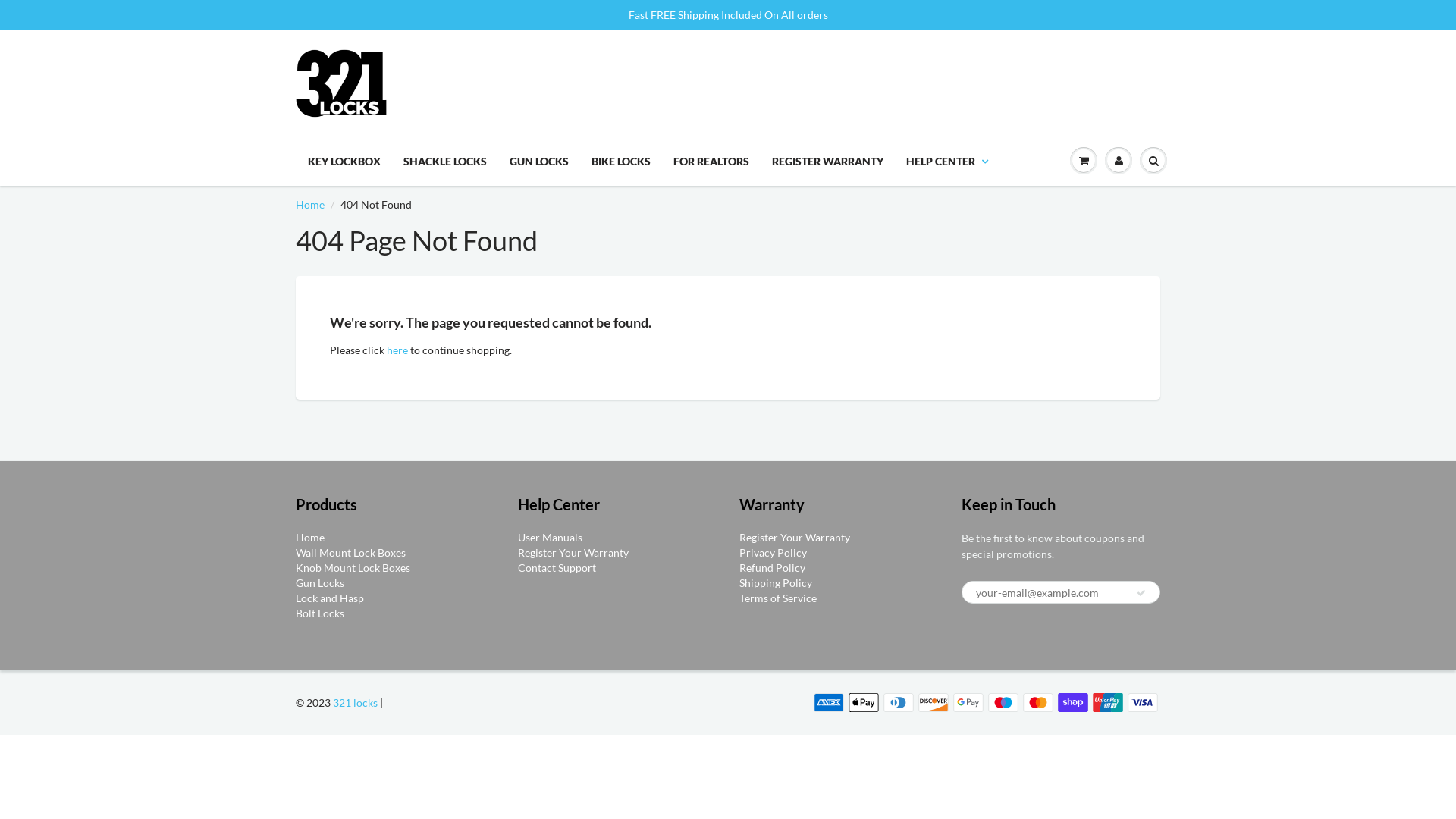  What do you see at coordinates (946, 161) in the screenshot?
I see `'HELP CENTER'` at bounding box center [946, 161].